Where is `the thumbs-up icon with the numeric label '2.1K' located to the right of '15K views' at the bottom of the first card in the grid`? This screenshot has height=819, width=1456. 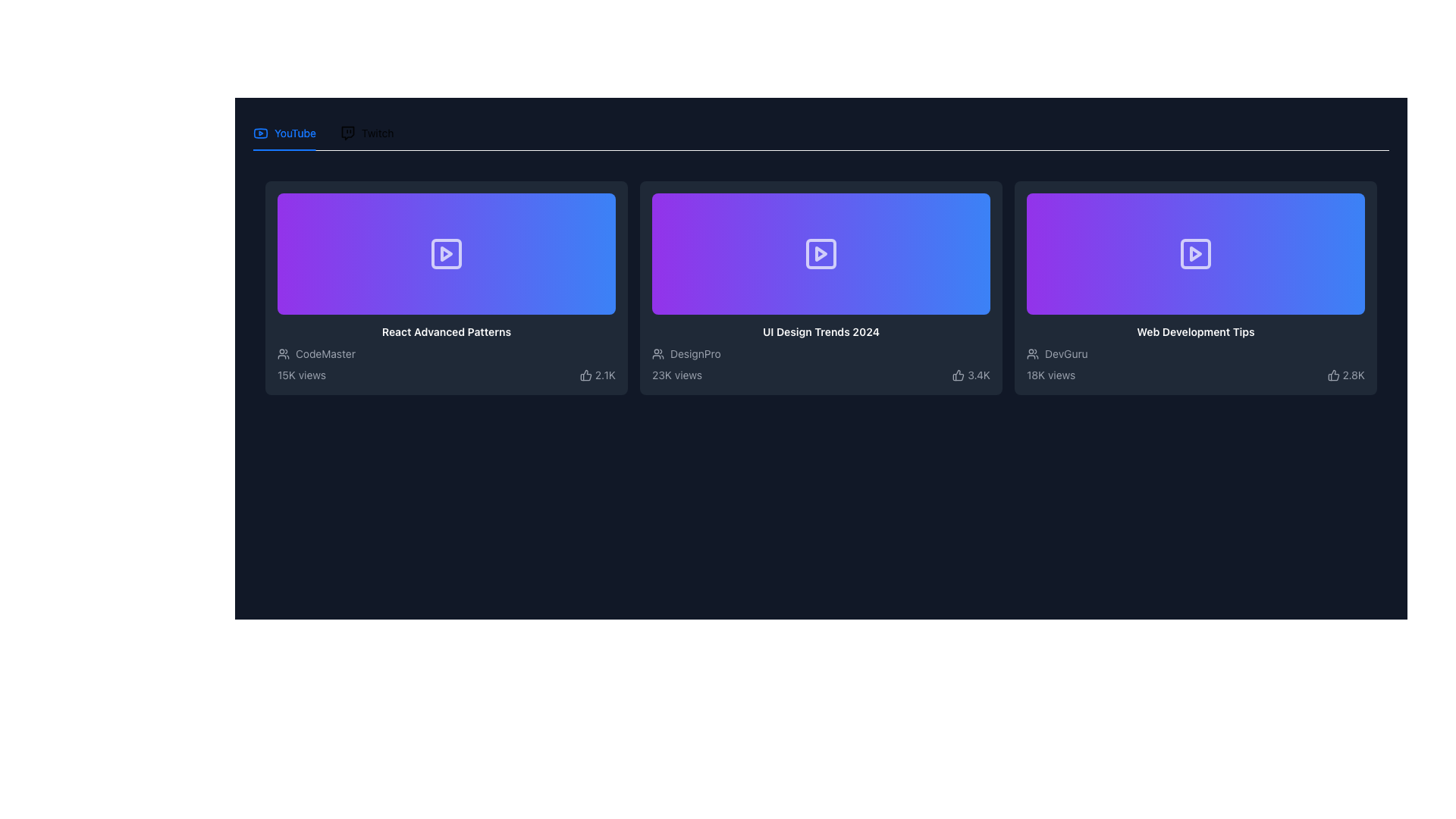
the thumbs-up icon with the numeric label '2.1K' located to the right of '15K views' at the bottom of the first card in the grid is located at coordinates (597, 375).